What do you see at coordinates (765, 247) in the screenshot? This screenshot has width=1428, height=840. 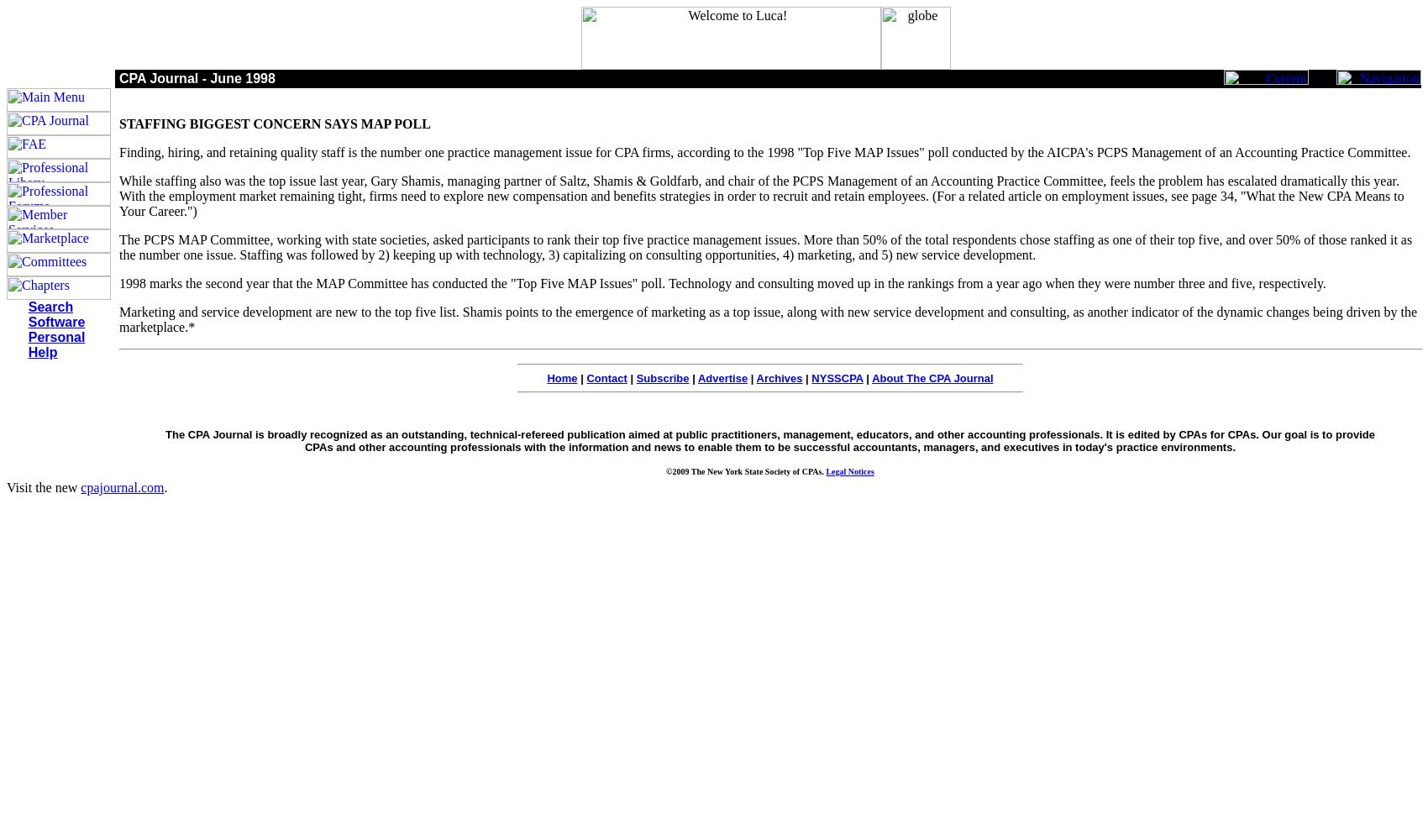 I see `'The PCPS MAP Committee, working with state societies, asked participants to rank their top five practice management issues. More than 50% of the total respondents chose staffing as one of their top five, and over 50% of those ranked it as the number one issue. Staffing was followed by 2) keeping up with technology, 3) capitalizing on consulting opportunities, 4) marketing, and 5) new service development.'` at bounding box center [765, 247].